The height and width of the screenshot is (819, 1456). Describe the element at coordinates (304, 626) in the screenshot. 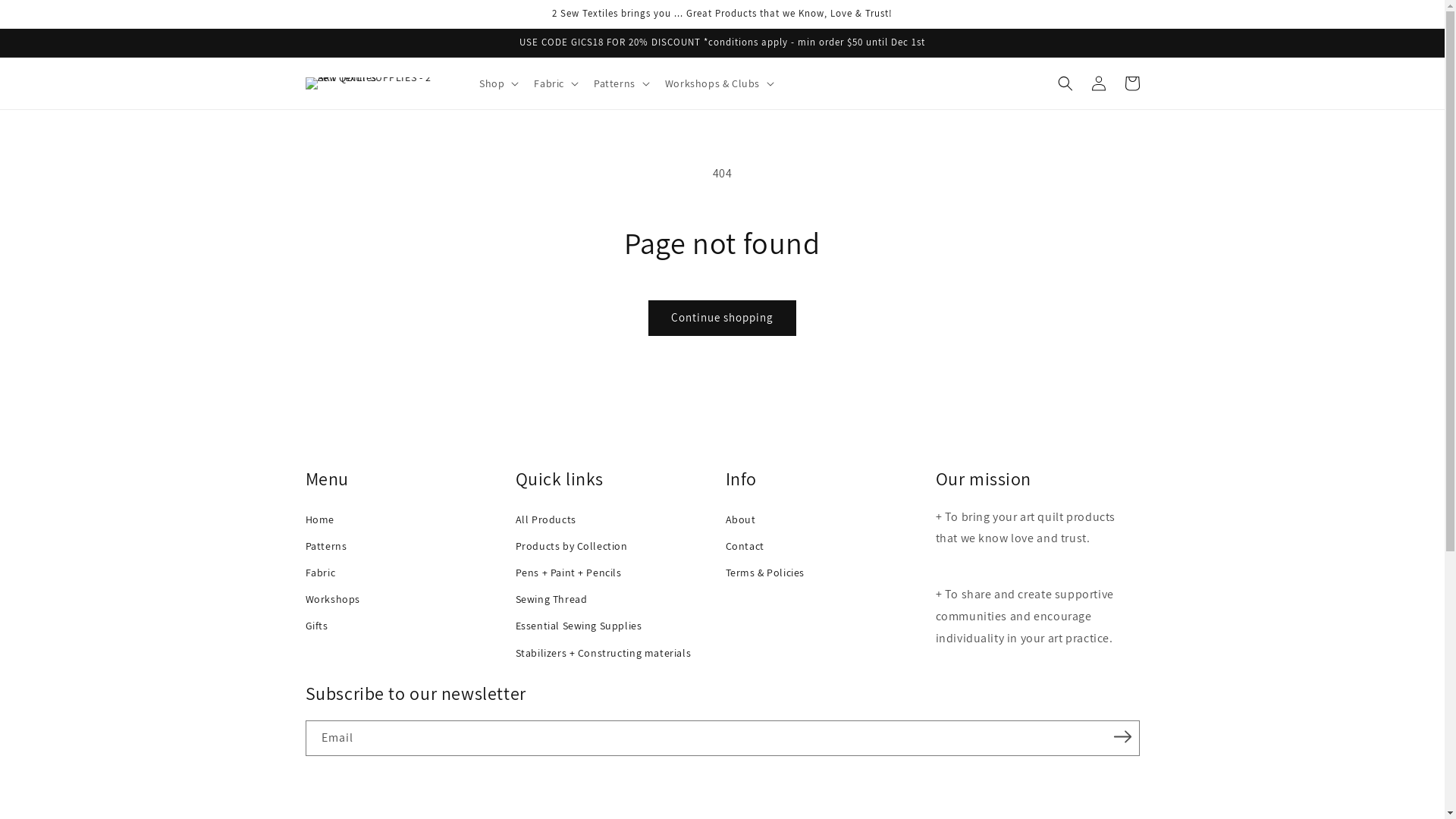

I see `'Gifts'` at that location.